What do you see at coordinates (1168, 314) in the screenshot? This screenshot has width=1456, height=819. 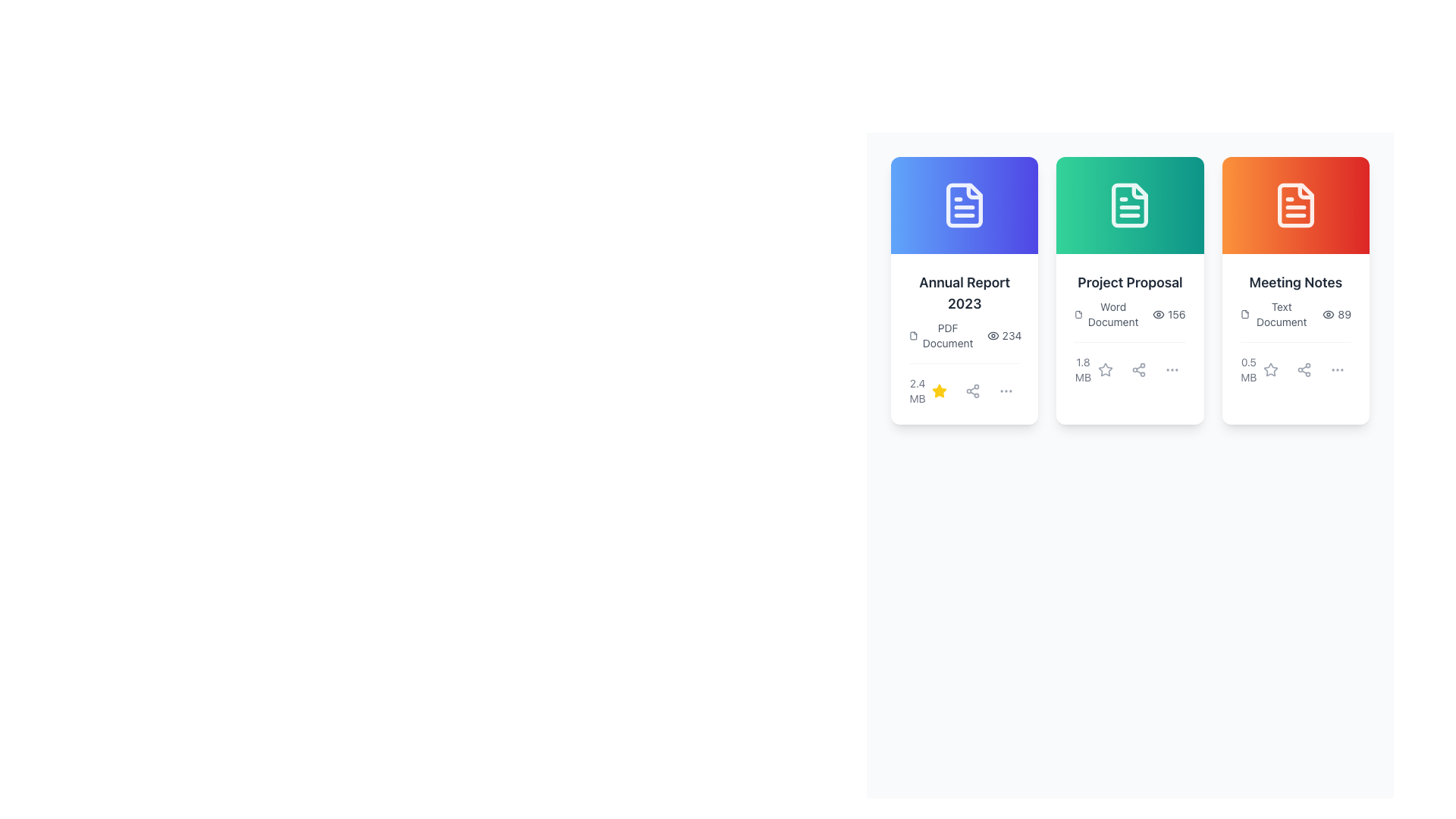 I see `the numeric label displaying '156' which is located to the right of the eye icon within the 'Project Proposal' card` at bounding box center [1168, 314].